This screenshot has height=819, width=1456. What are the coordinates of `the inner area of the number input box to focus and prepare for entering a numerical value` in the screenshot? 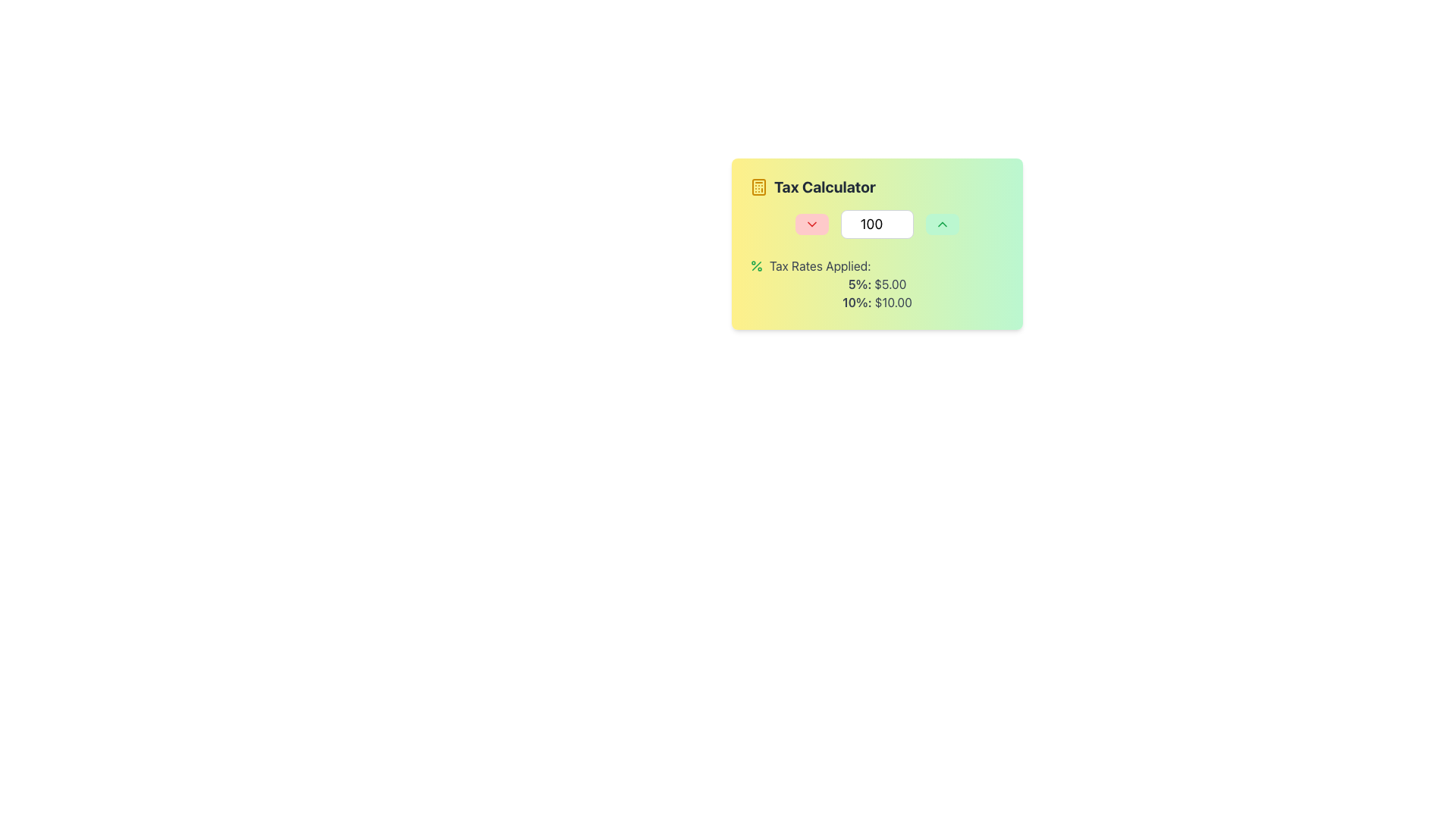 It's located at (877, 224).